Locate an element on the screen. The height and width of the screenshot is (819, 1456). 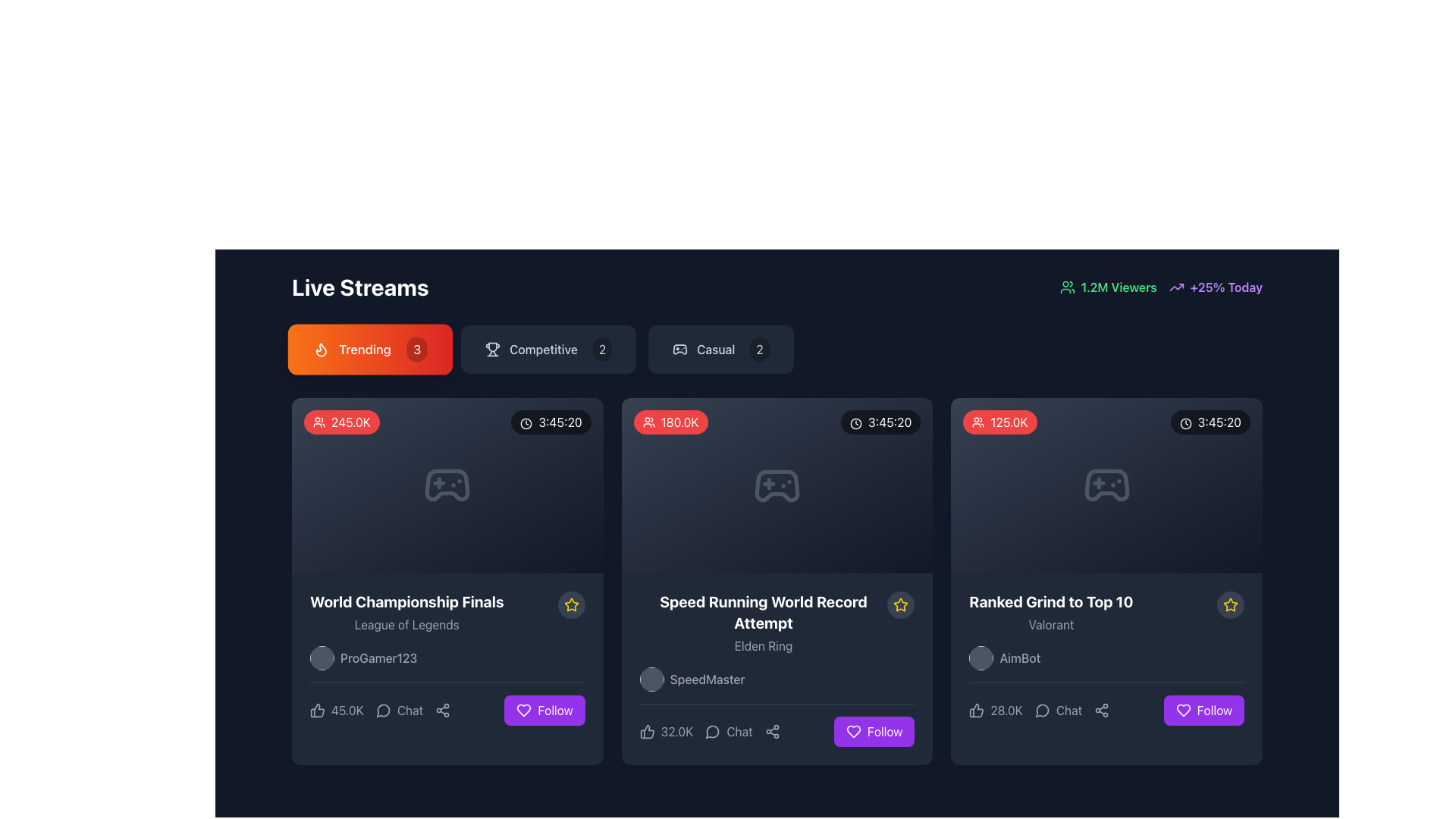
the interactive label displaying '32.0K' adjacent to the thumbs-up icon is located at coordinates (666, 730).